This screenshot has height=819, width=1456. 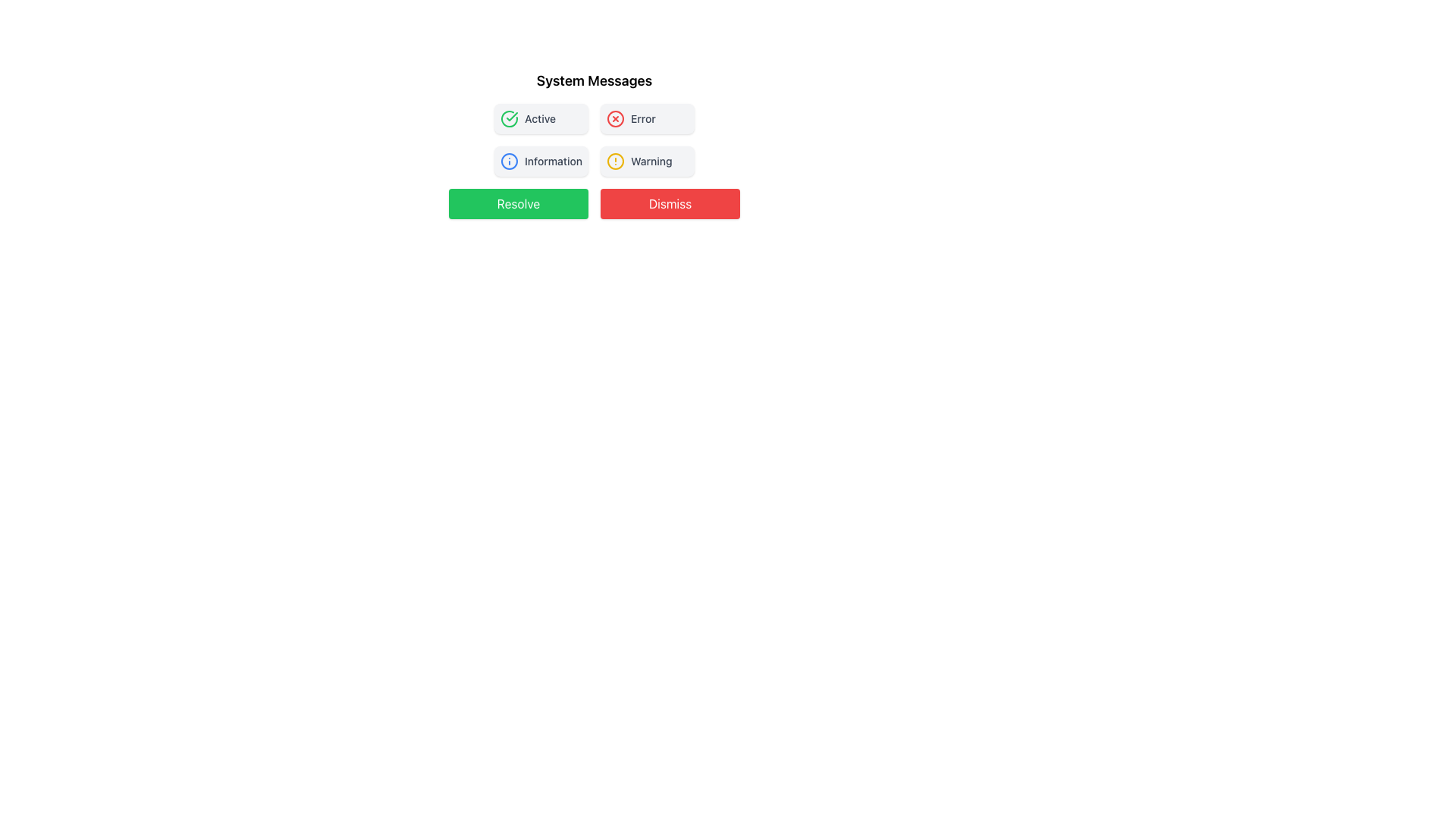 I want to click on the 'Warning' text label located in the upper right area of the notification block within the 'System Messages' section, so click(x=651, y=161).